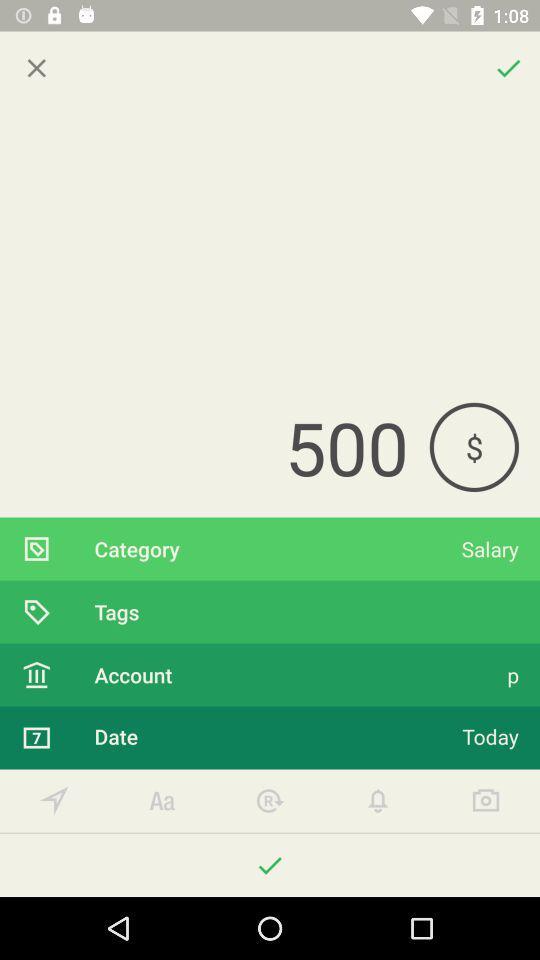  What do you see at coordinates (213, 447) in the screenshot?
I see `the 500` at bounding box center [213, 447].